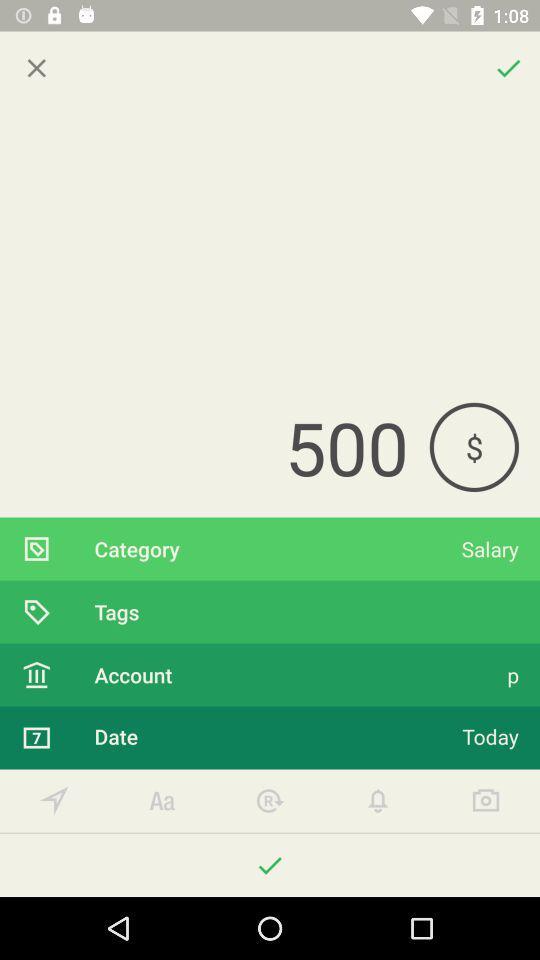  What do you see at coordinates (213, 447) in the screenshot?
I see `the 500` at bounding box center [213, 447].